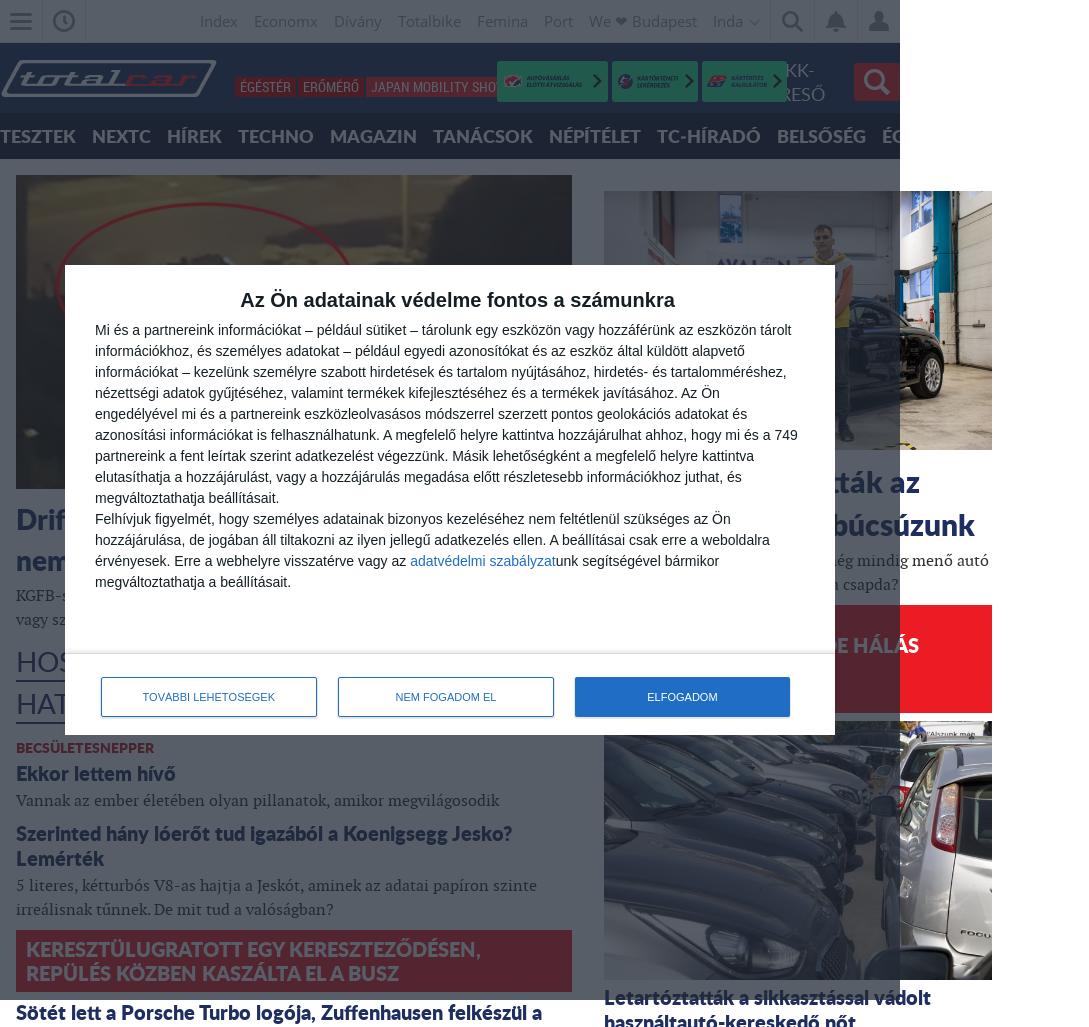 Image resolution: width=1089 pixels, height=1027 pixels. Describe the element at coordinates (791, 80) in the screenshot. I see `'CIKK-KERESŐ'` at that location.